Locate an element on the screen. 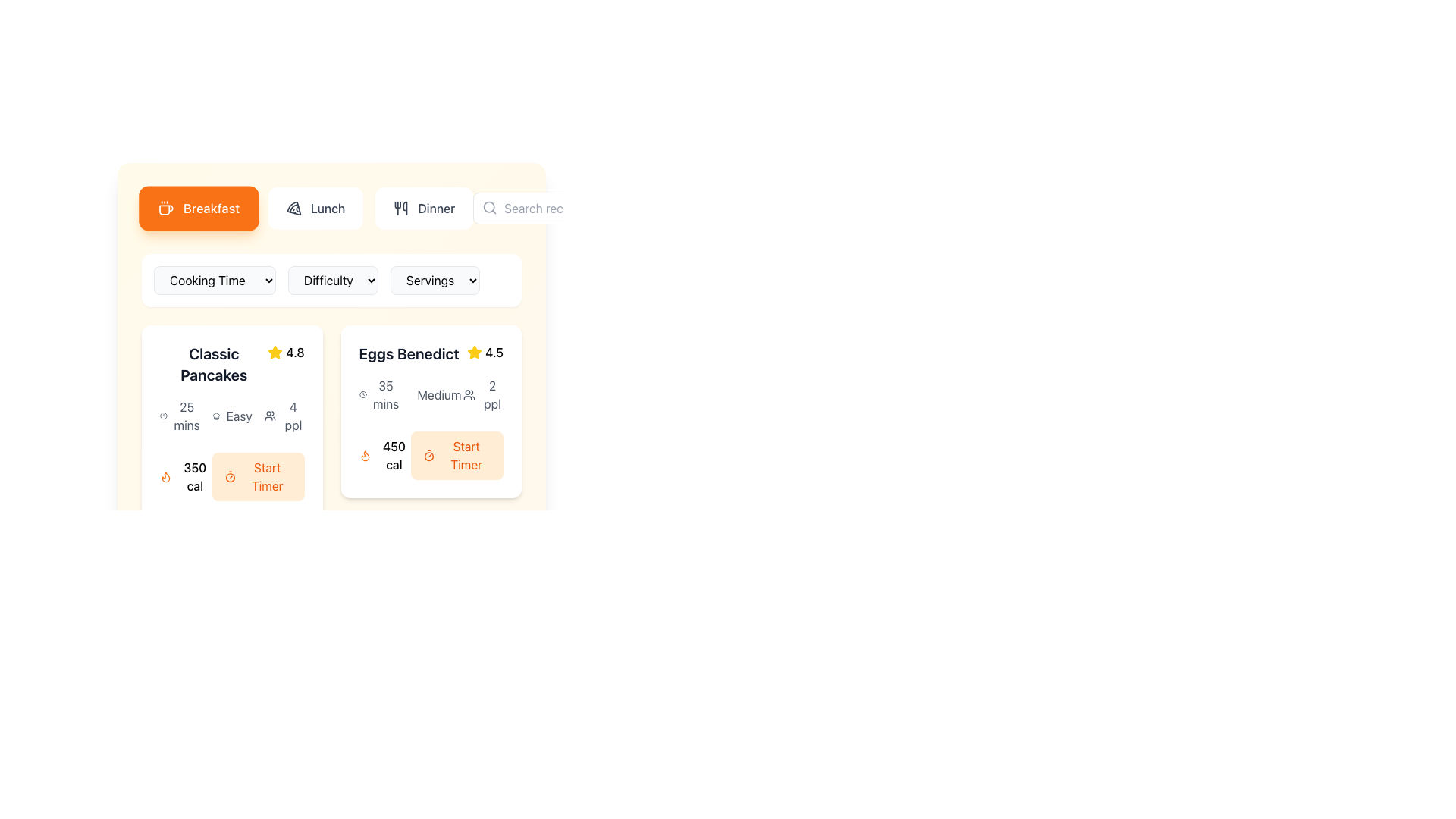 This screenshot has height=819, width=1456. the 'Dinner' button in the navigation bar, which features a fork and knife icon on the left and dark gray text labeled 'Dinner' is located at coordinates (424, 208).